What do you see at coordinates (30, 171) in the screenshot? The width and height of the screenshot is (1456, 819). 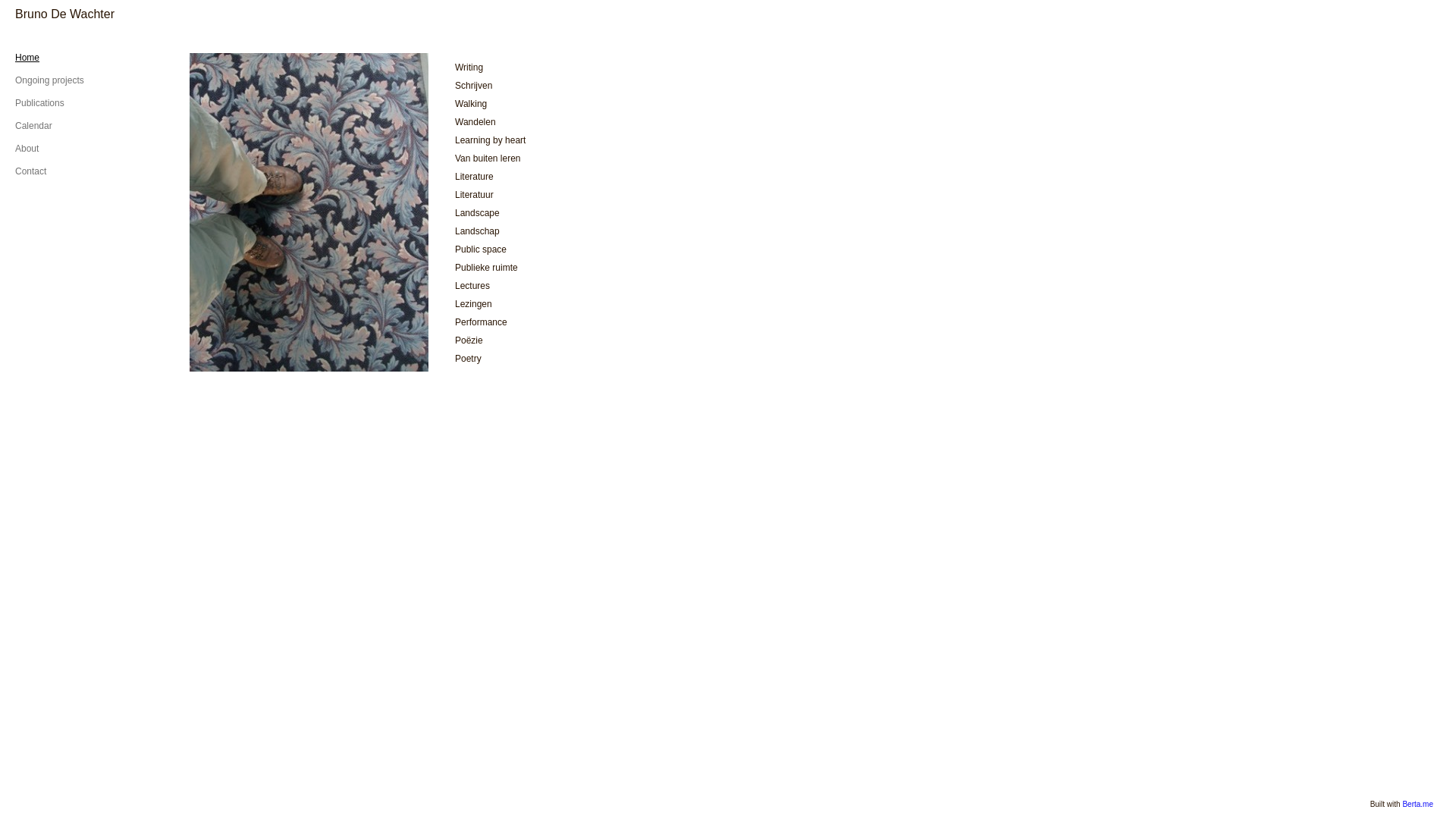 I see `'Contact'` at bounding box center [30, 171].